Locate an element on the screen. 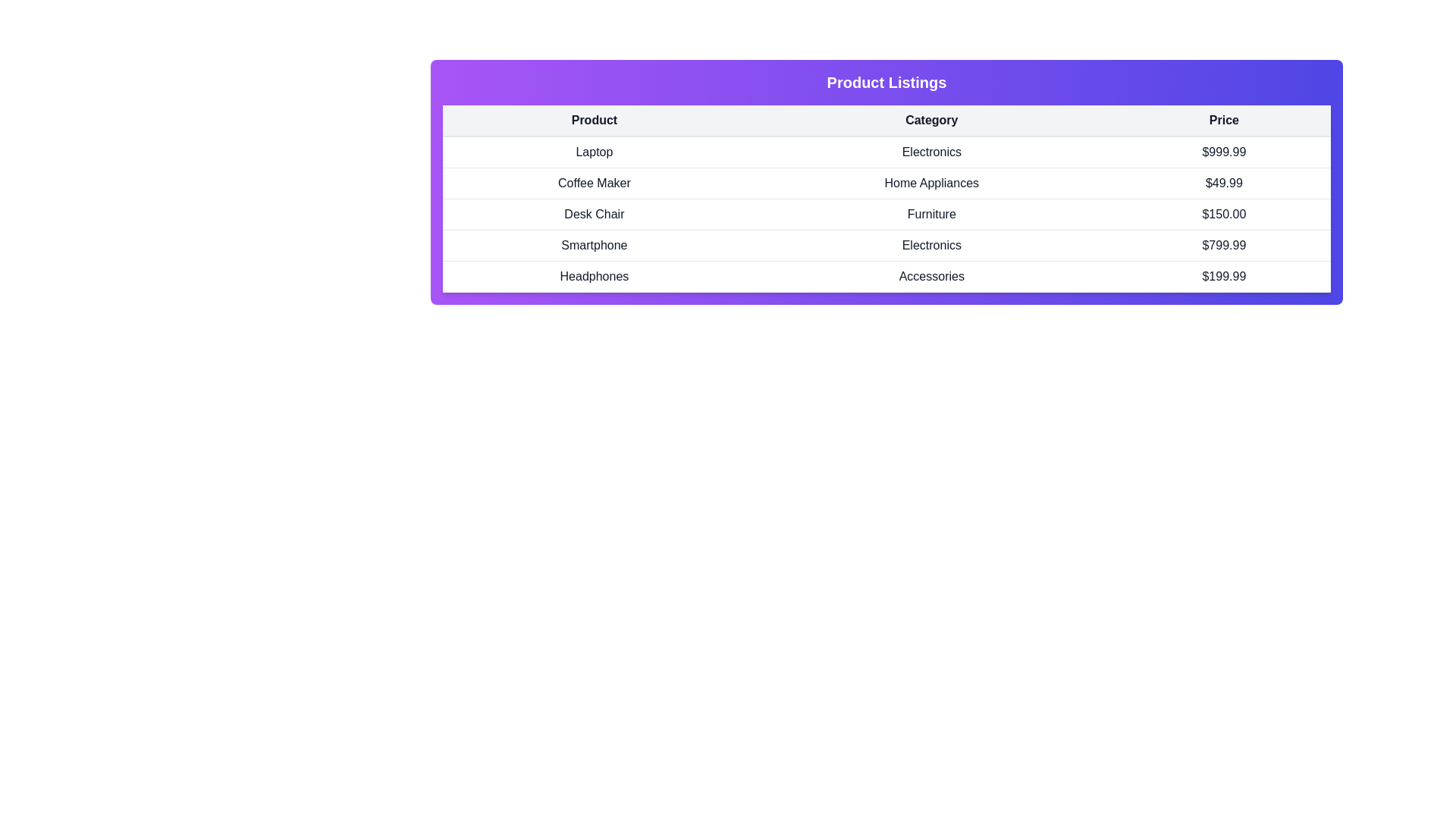 The width and height of the screenshot is (1456, 819). the 'Furniture' text label located is located at coordinates (930, 214).